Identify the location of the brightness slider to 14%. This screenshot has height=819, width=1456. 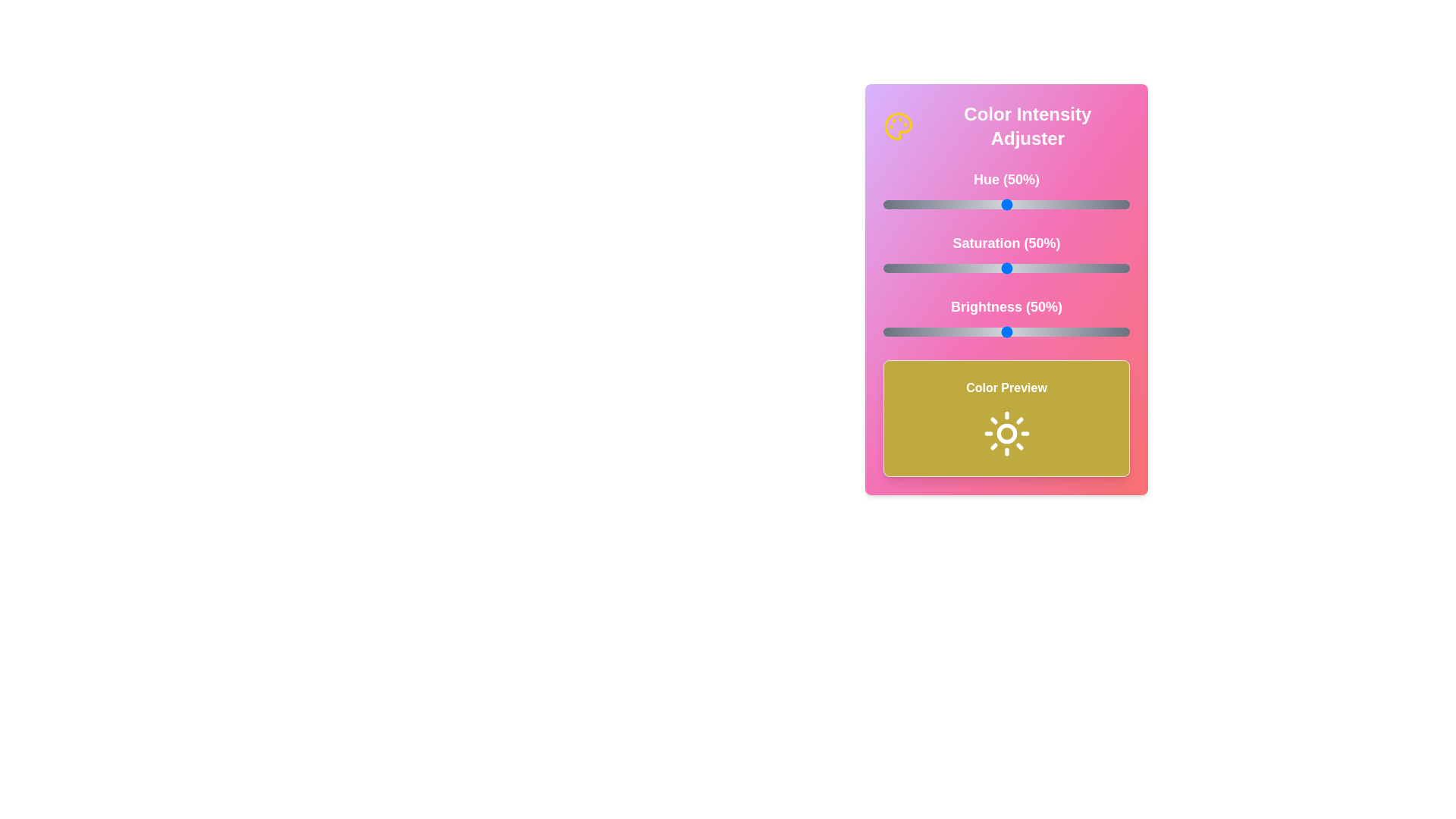
(917, 331).